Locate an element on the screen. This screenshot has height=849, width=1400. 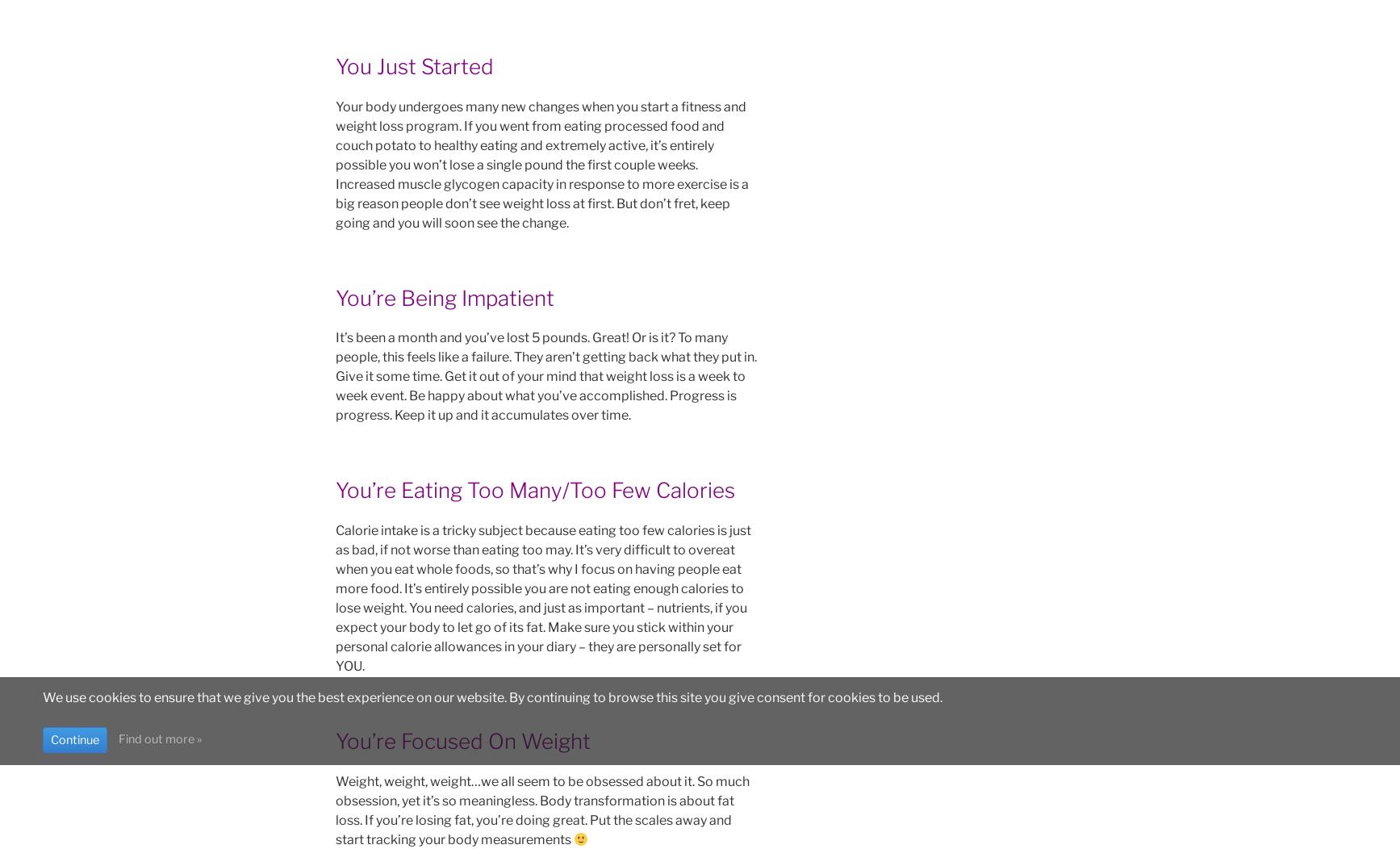
'Your body undergoes many new changes when you start a fitness and weight loss program. If you went from eating processed food and couch potato to healthy eating and extremely active, it’s entirely possible you won’t lose a single pound the first couple weeks. Increased muscle glycogen capacity in response to more exercise is a big reason people don’t see weight loss at first. But don’t fret, keep going and you will soon see the change.' is located at coordinates (541, 164).